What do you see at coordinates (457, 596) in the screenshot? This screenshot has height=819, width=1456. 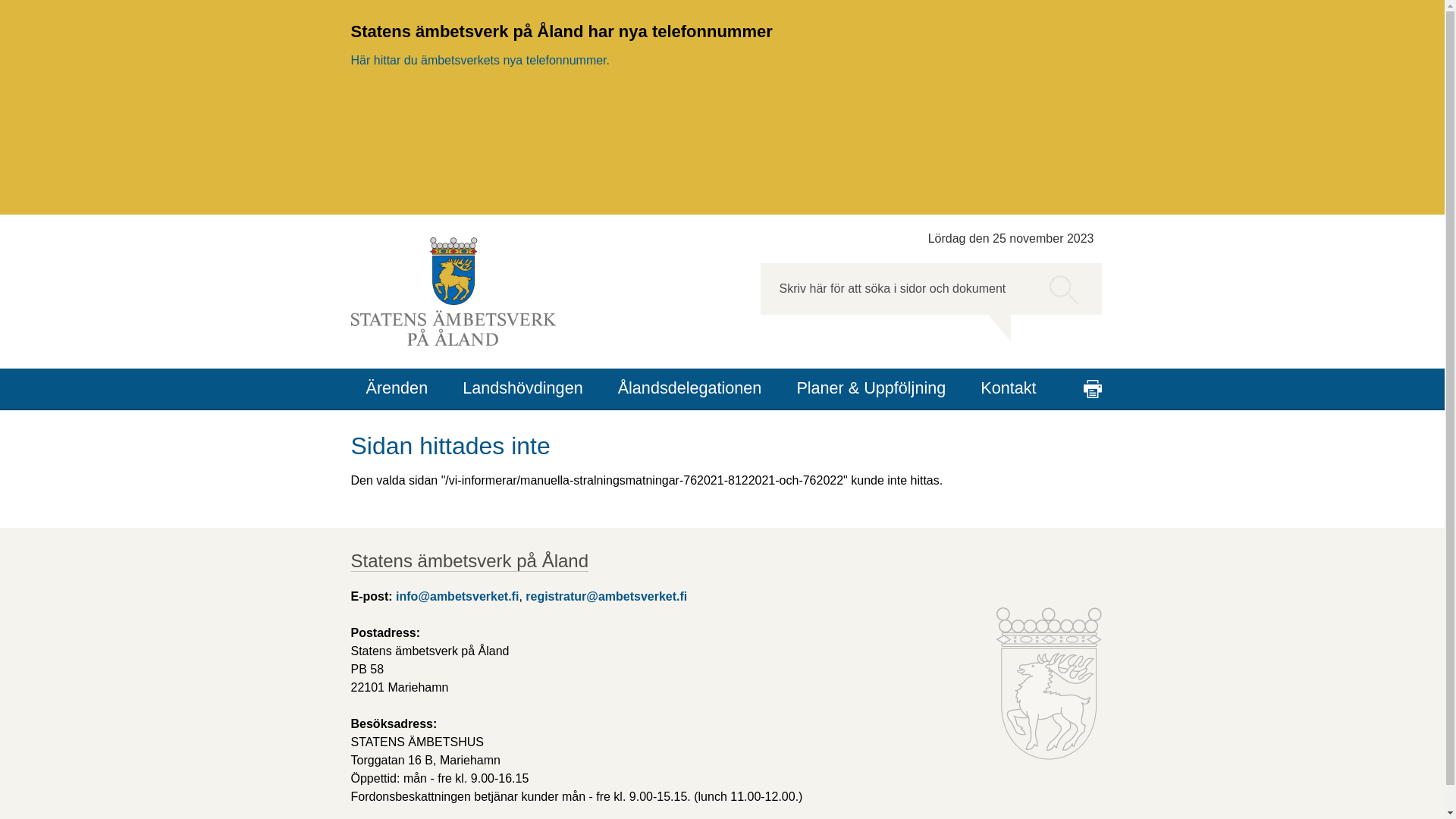 I see `'info@ambetsverket.fi'` at bounding box center [457, 596].